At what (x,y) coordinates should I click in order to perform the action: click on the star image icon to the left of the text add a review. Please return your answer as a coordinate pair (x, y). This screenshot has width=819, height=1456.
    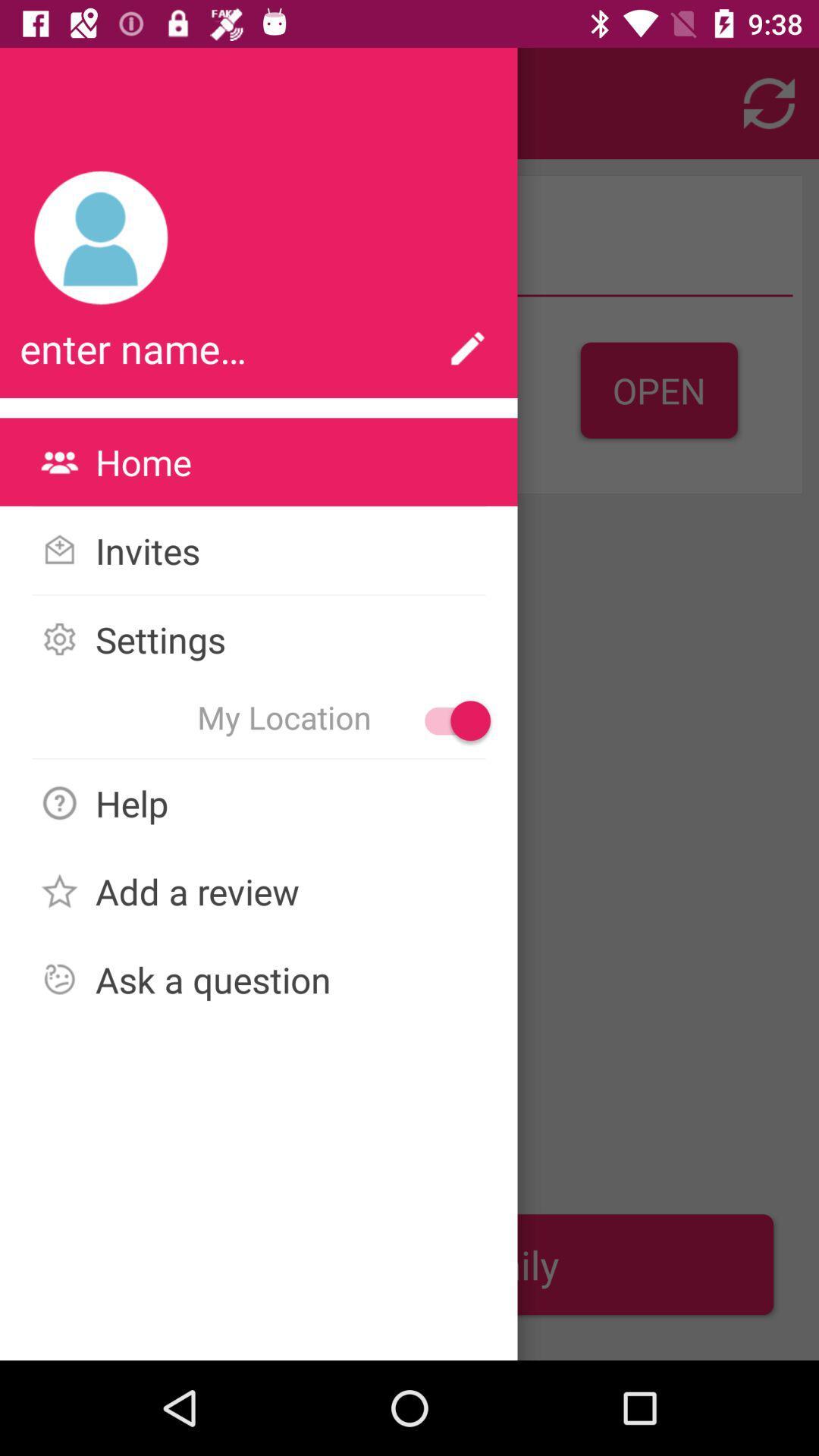
    Looking at the image, I should click on (58, 891).